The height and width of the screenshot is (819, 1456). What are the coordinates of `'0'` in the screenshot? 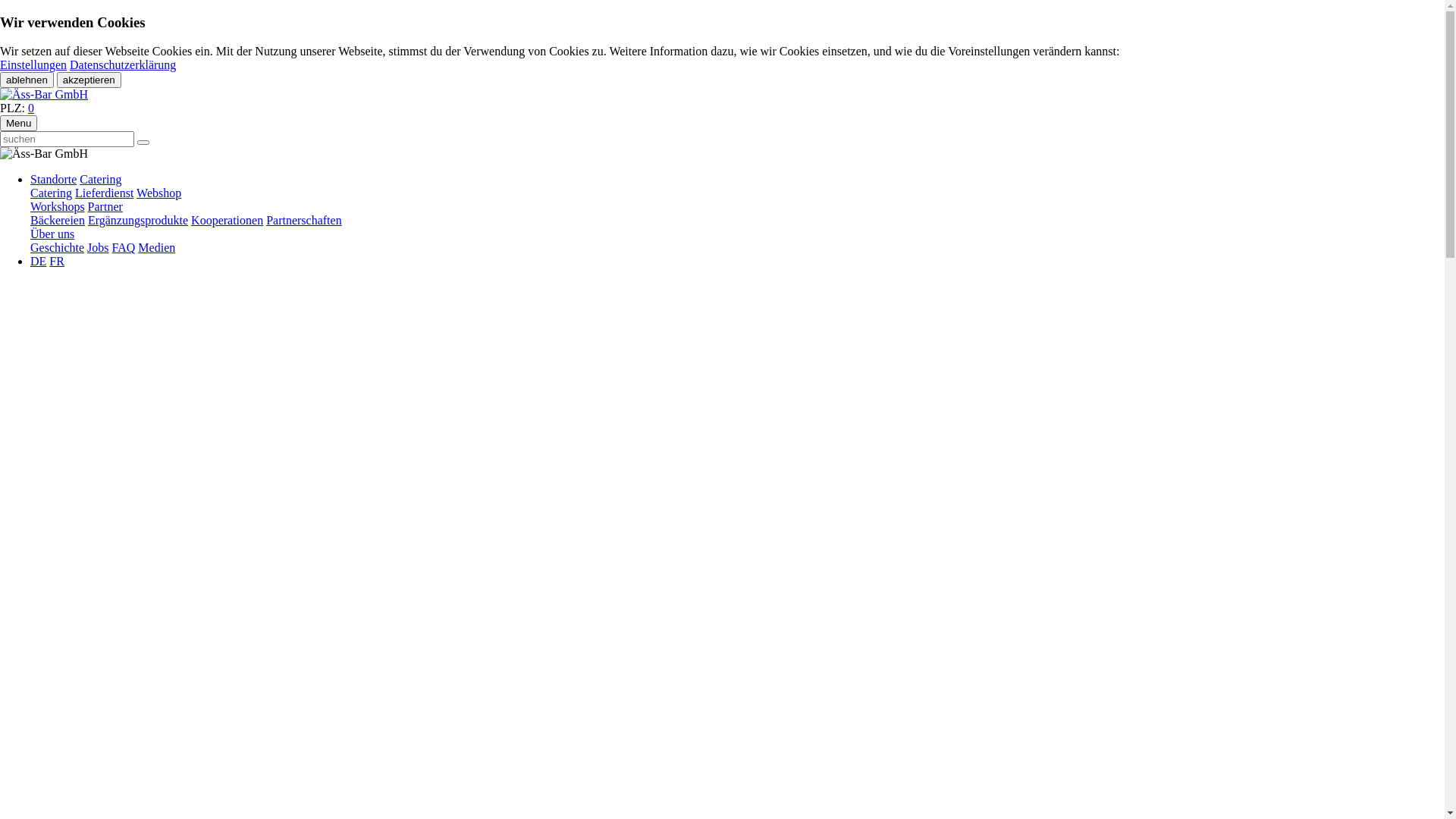 It's located at (31, 107).